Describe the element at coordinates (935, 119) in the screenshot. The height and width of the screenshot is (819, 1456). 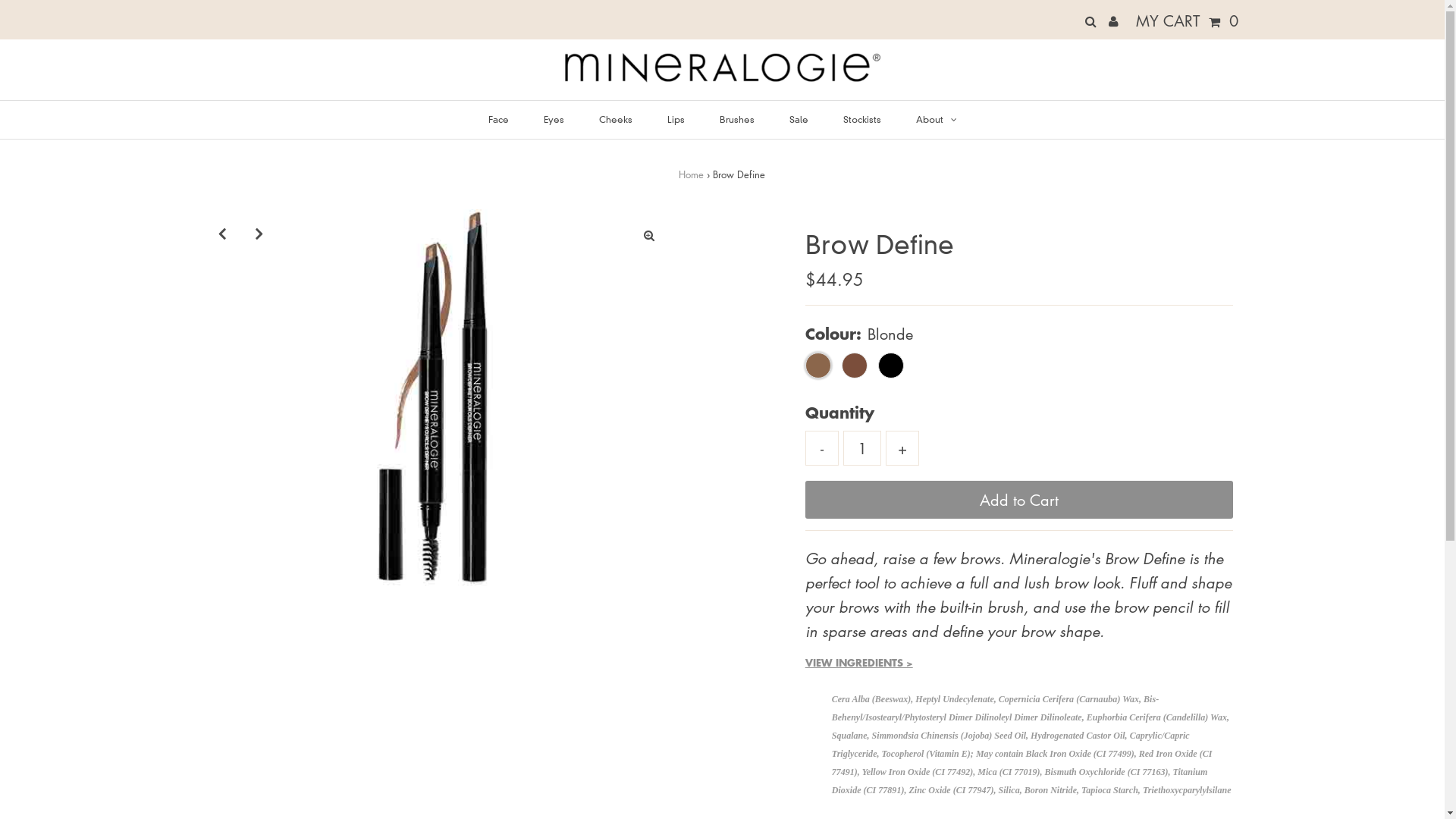
I see `'About'` at that location.